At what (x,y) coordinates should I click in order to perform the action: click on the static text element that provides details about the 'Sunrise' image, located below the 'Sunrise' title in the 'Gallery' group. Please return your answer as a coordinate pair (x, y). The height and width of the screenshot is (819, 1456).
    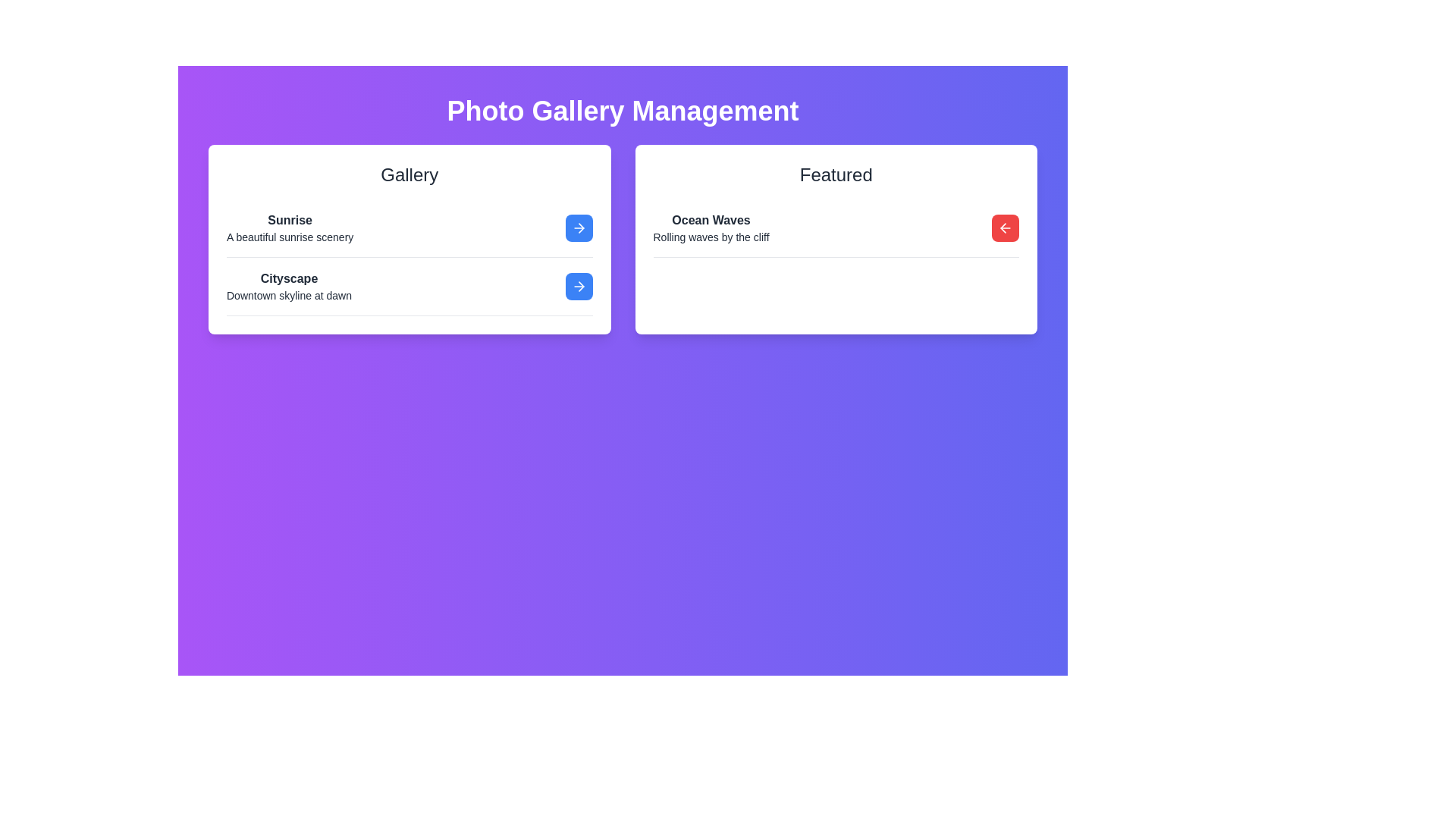
    Looking at the image, I should click on (290, 237).